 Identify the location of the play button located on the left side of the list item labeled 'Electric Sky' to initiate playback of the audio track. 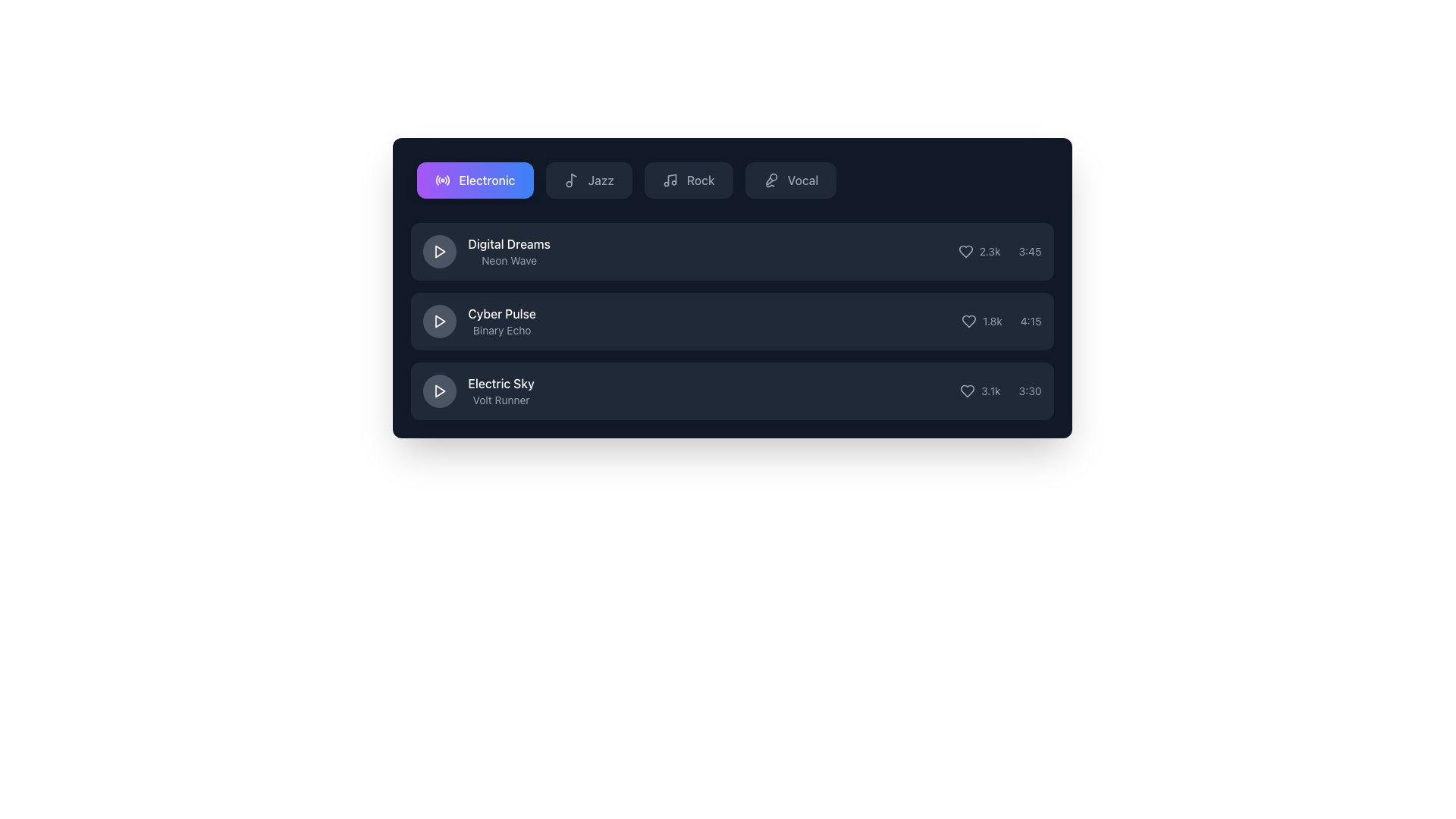
(438, 391).